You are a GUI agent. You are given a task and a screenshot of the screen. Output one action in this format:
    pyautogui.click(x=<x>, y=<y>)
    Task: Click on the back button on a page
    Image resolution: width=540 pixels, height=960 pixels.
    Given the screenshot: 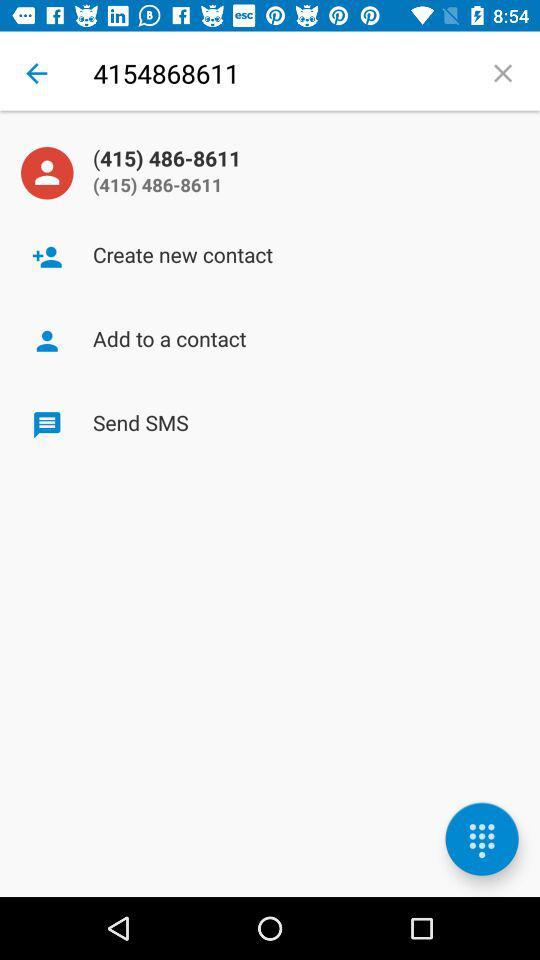 What is the action you would take?
    pyautogui.click(x=36, y=73)
    